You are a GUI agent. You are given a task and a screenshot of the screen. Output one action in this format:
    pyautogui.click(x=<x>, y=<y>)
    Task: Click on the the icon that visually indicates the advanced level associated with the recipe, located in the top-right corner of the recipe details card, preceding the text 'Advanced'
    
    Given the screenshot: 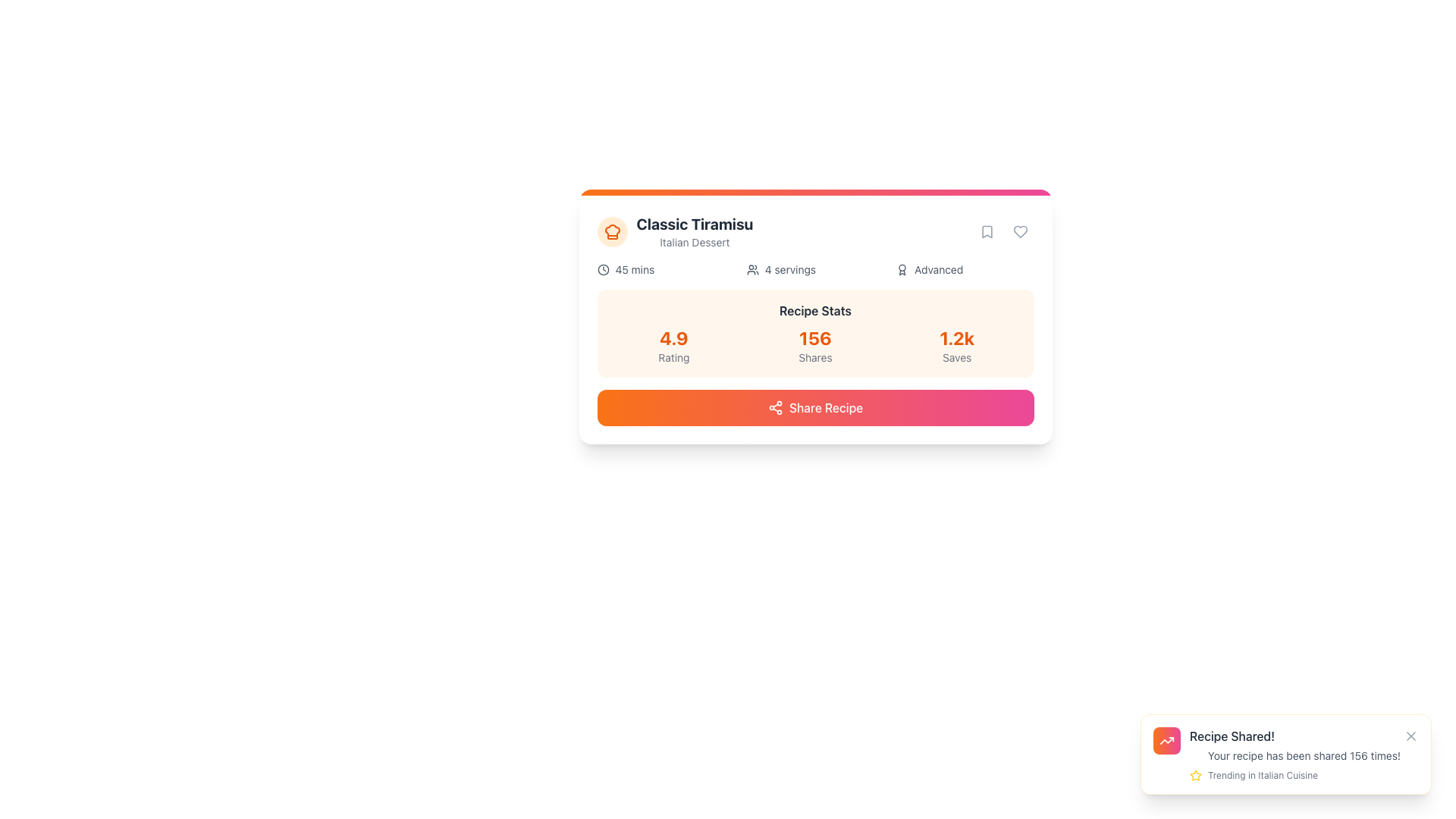 What is the action you would take?
    pyautogui.click(x=902, y=268)
    